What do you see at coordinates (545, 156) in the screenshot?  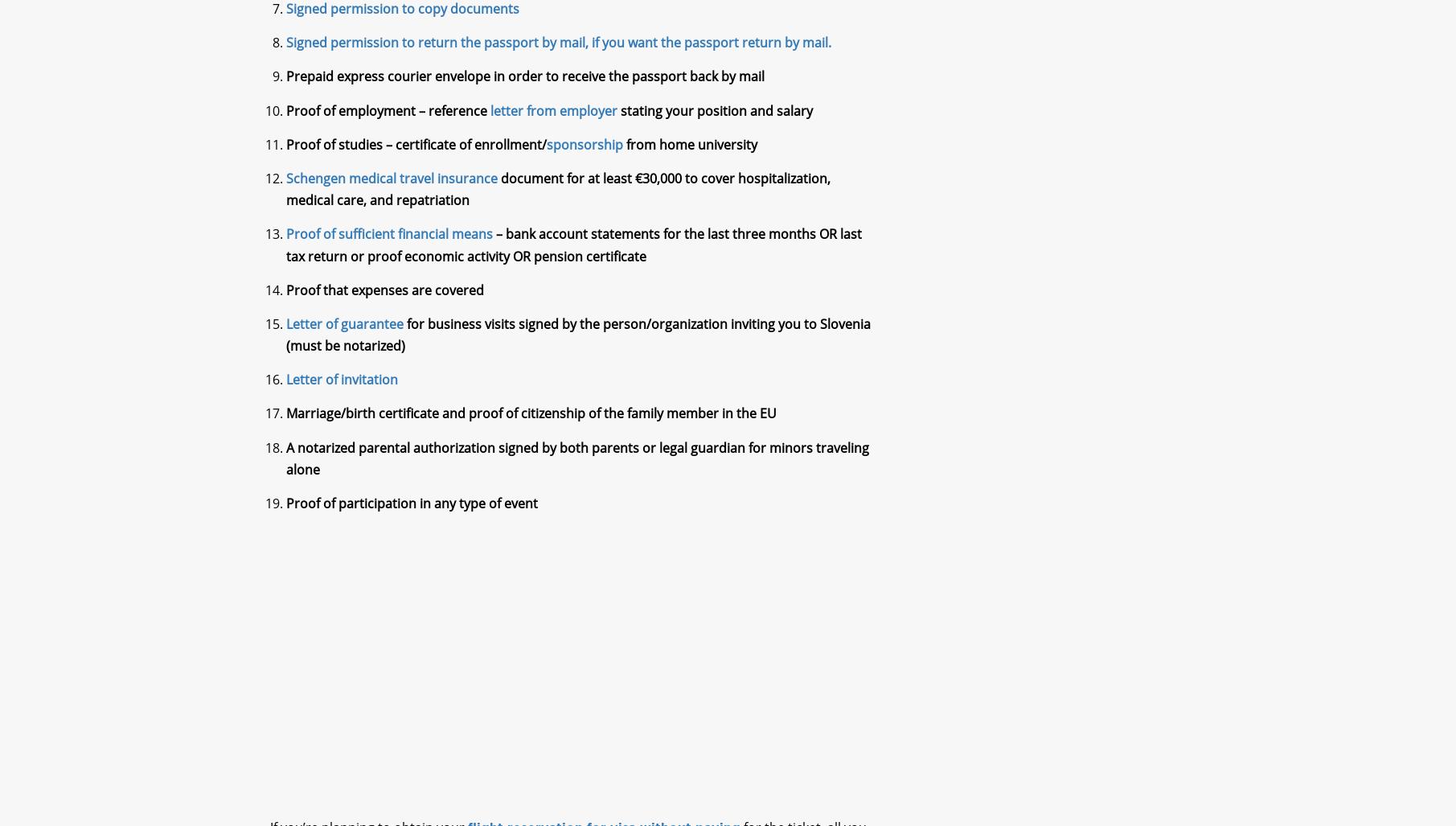 I see `'sponsorship'` at bounding box center [545, 156].